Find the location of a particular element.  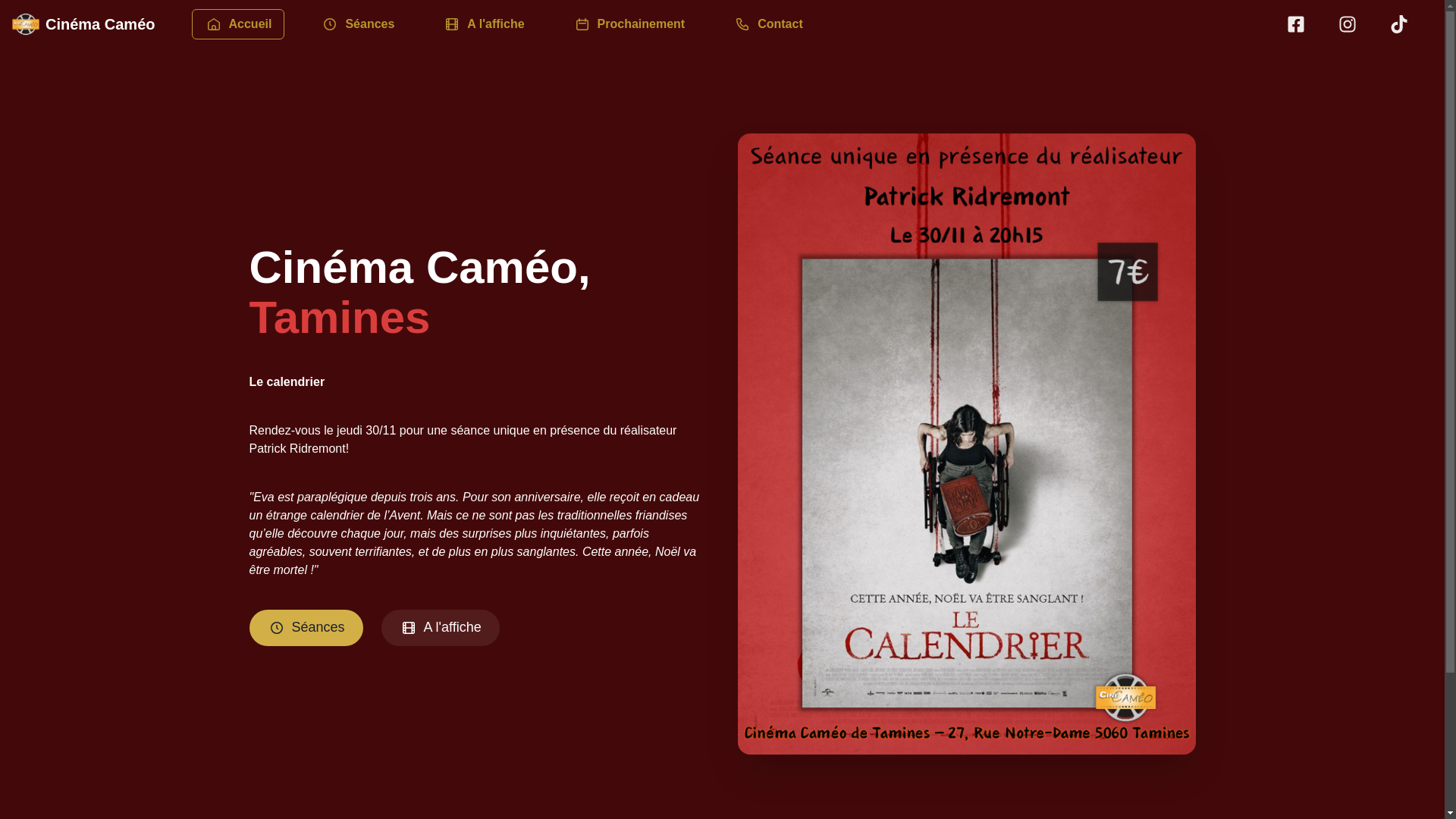

'Prochainement' is located at coordinates (629, 24).